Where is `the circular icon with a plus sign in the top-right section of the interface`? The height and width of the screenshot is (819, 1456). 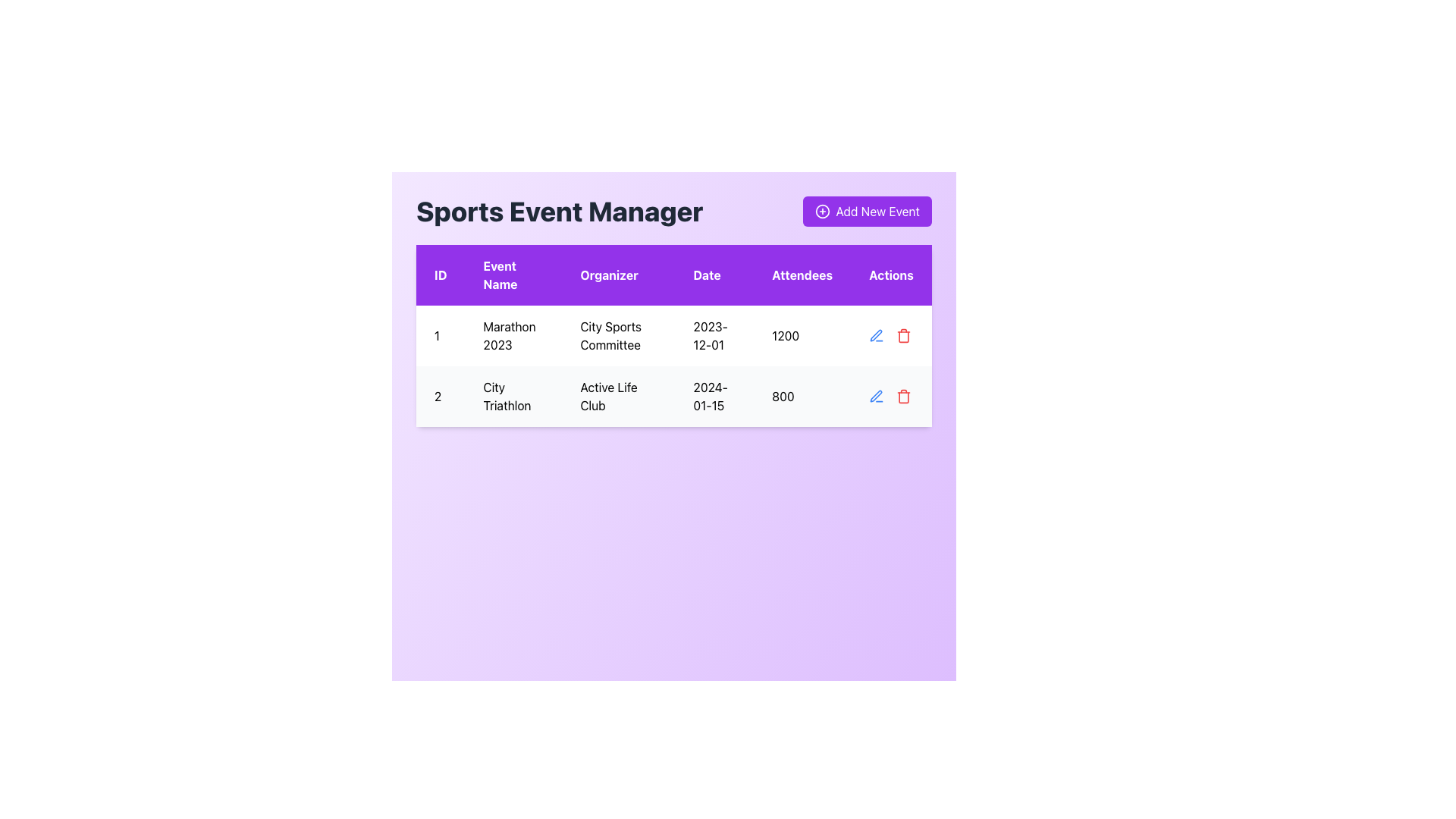
the circular icon with a plus sign in the top-right section of the interface is located at coordinates (821, 211).